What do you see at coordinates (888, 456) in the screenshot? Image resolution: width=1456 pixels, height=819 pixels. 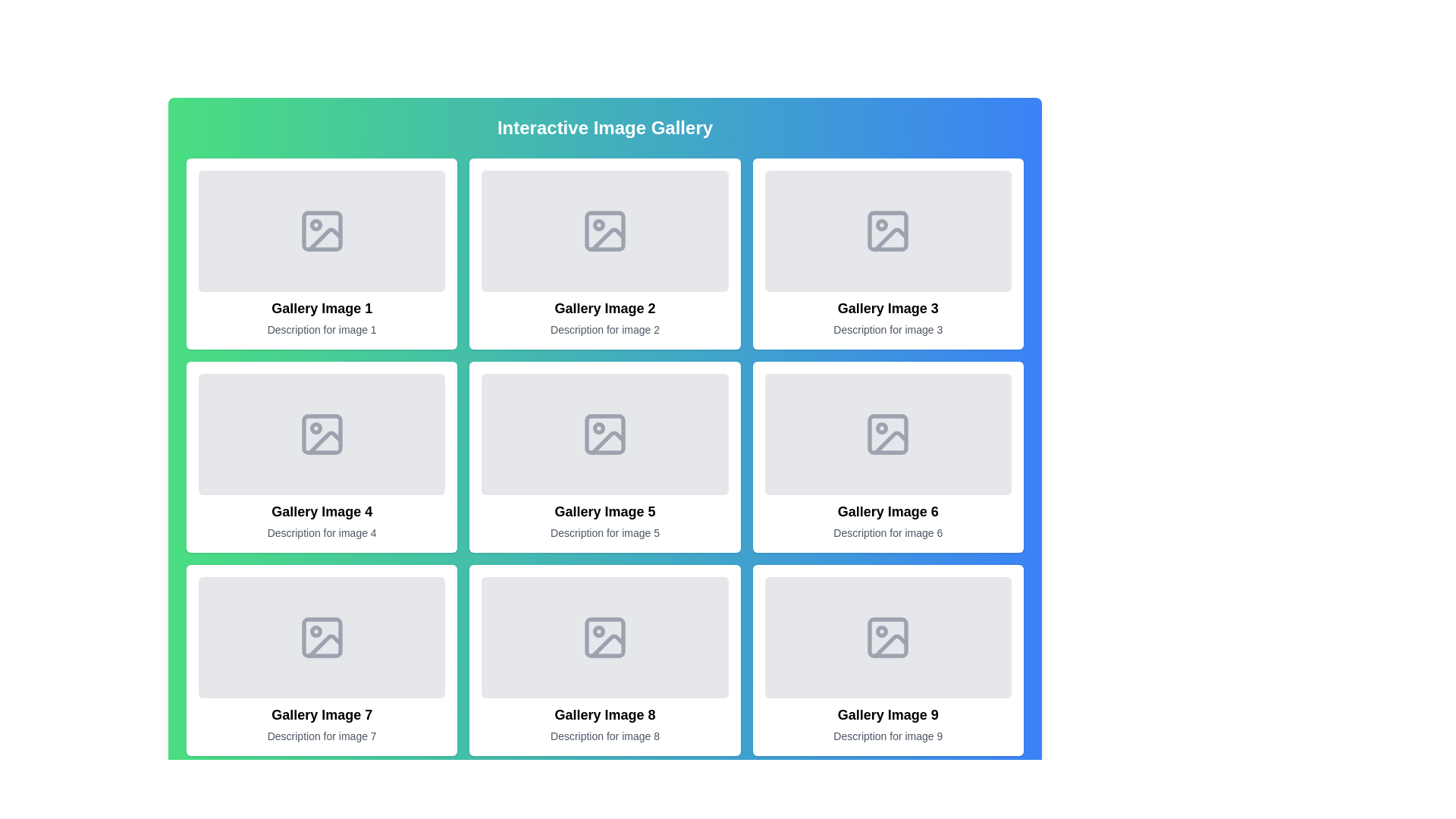 I see `the rectangular card with rounded edges that displays 'Gallery Image 6' in bold and 'Description for image 6' below it` at bounding box center [888, 456].